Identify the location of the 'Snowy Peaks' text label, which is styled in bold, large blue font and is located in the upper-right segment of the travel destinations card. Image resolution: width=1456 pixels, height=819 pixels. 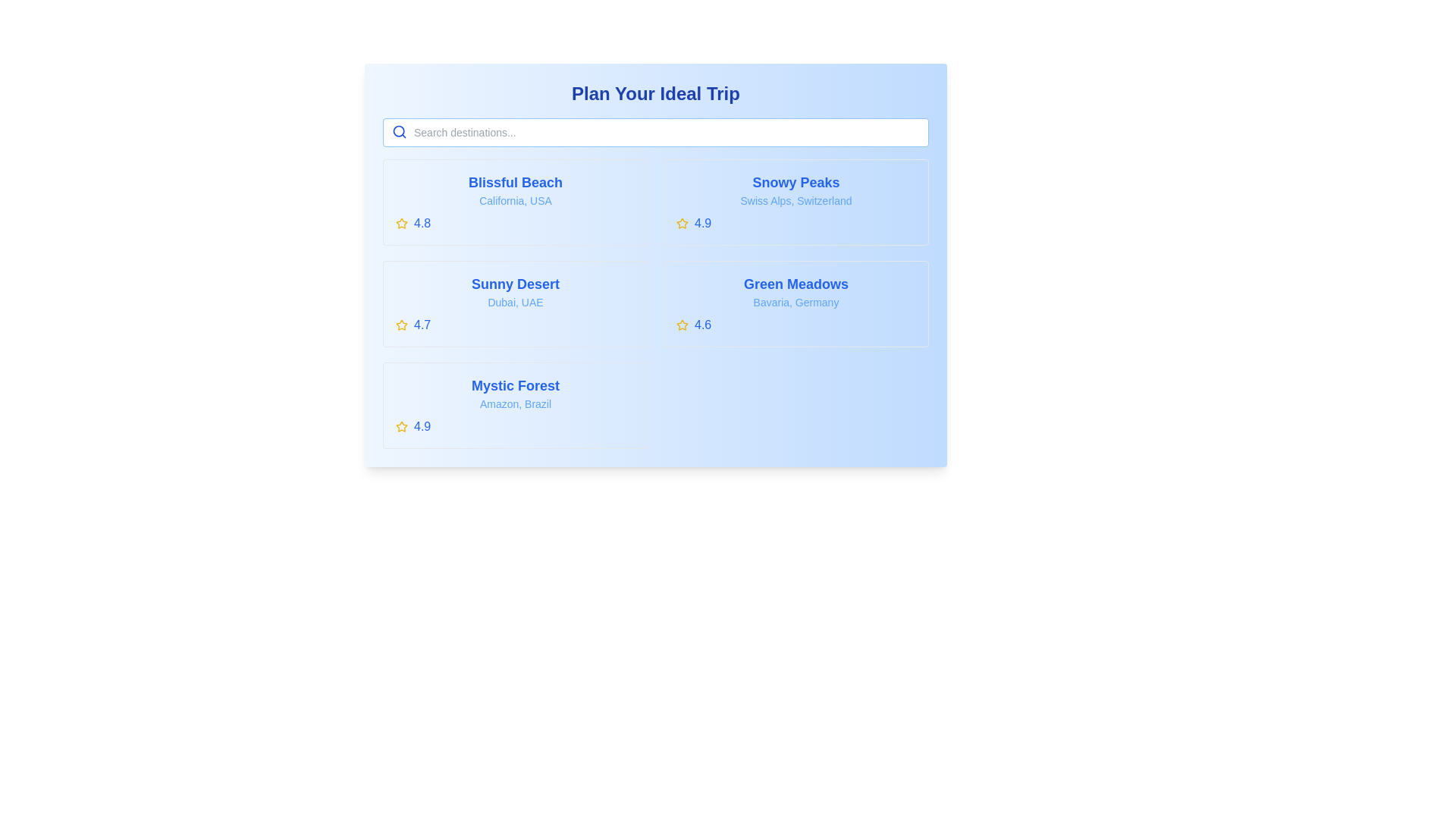
(795, 181).